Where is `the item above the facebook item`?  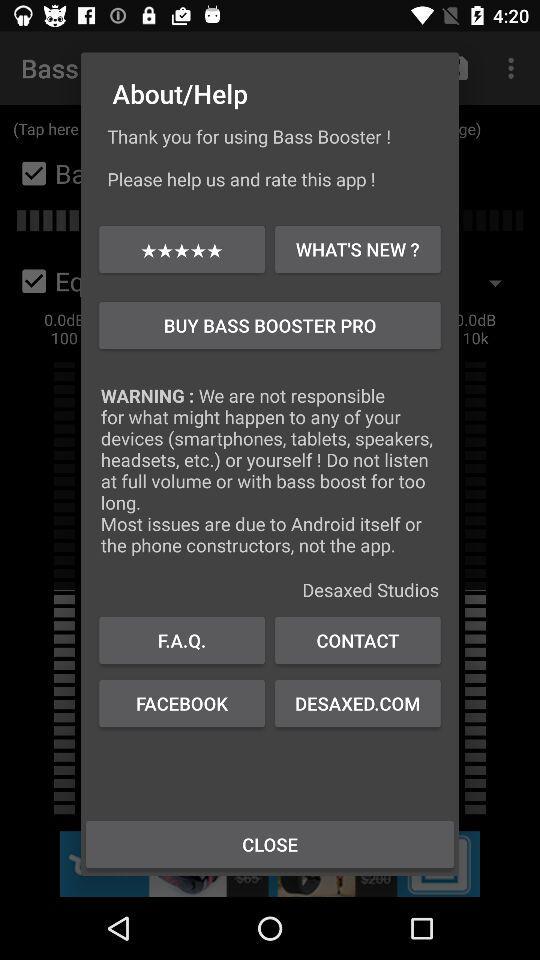 the item above the facebook item is located at coordinates (356, 639).